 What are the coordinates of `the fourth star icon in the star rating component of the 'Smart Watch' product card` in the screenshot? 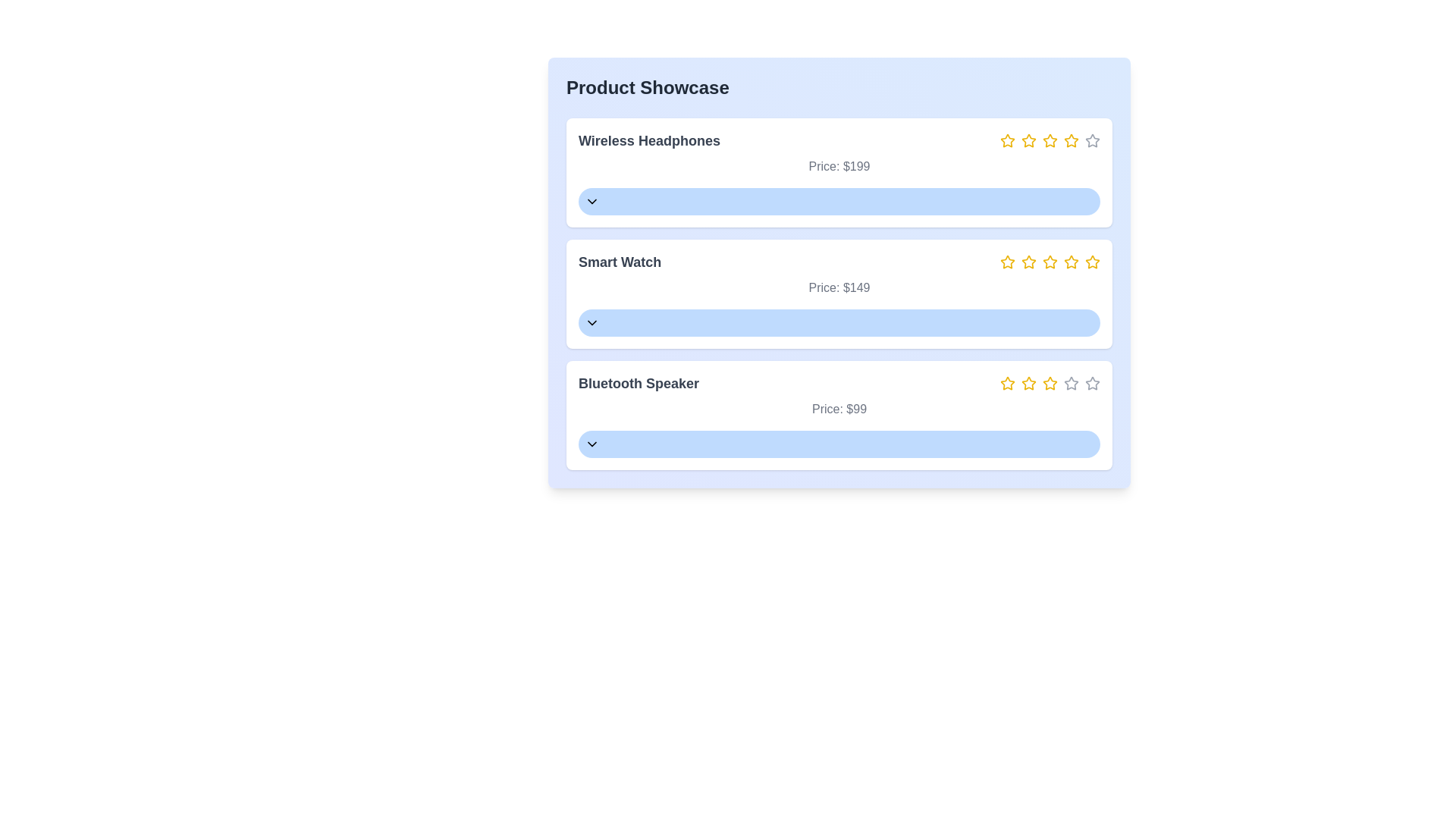 It's located at (1050, 261).